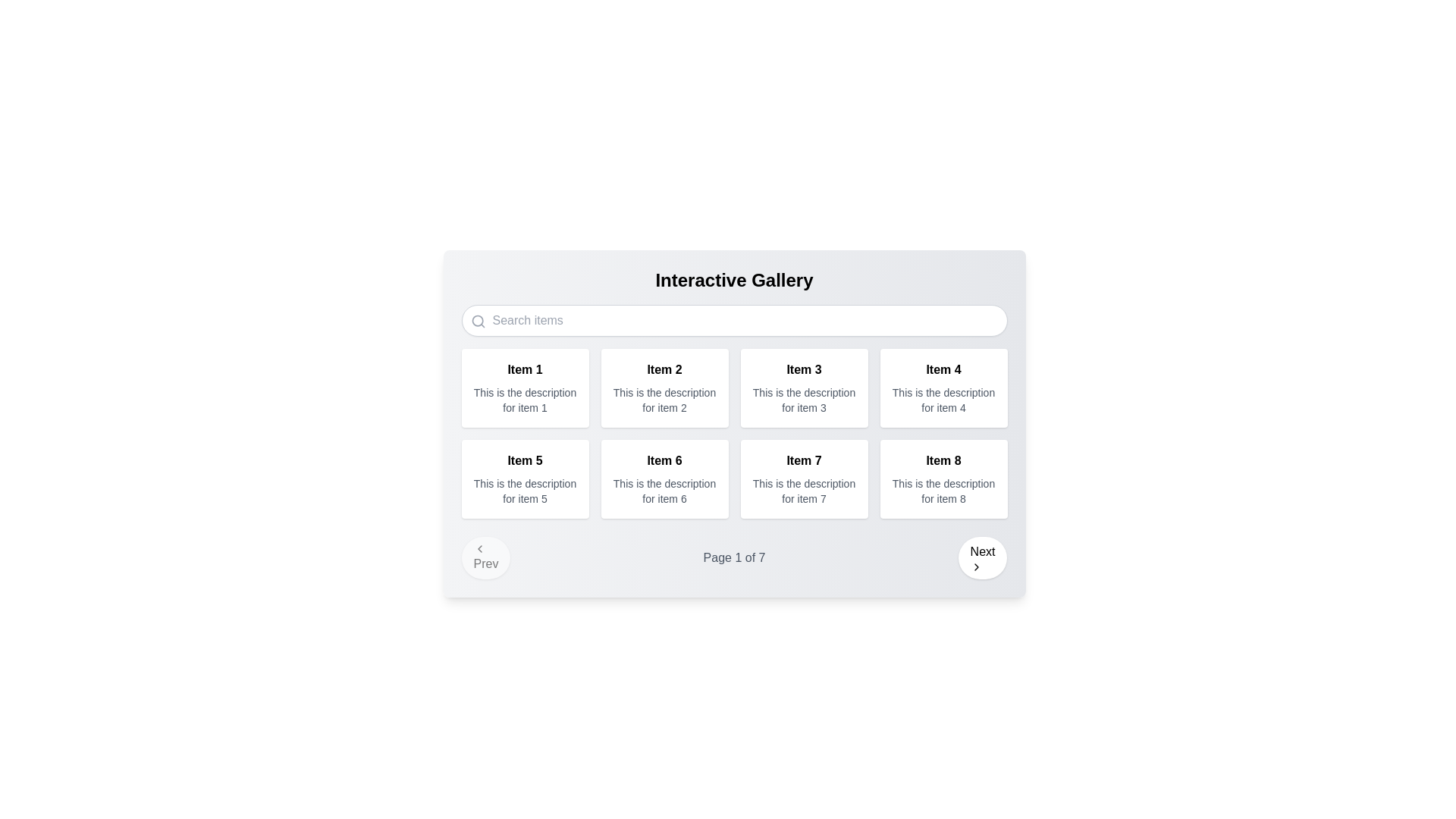 Image resolution: width=1456 pixels, height=819 pixels. What do you see at coordinates (803, 479) in the screenshot?
I see `the informational card displaying the title 'Item 7' and description 'This is the description for item 7', located in the second row, third column of the grid` at bounding box center [803, 479].